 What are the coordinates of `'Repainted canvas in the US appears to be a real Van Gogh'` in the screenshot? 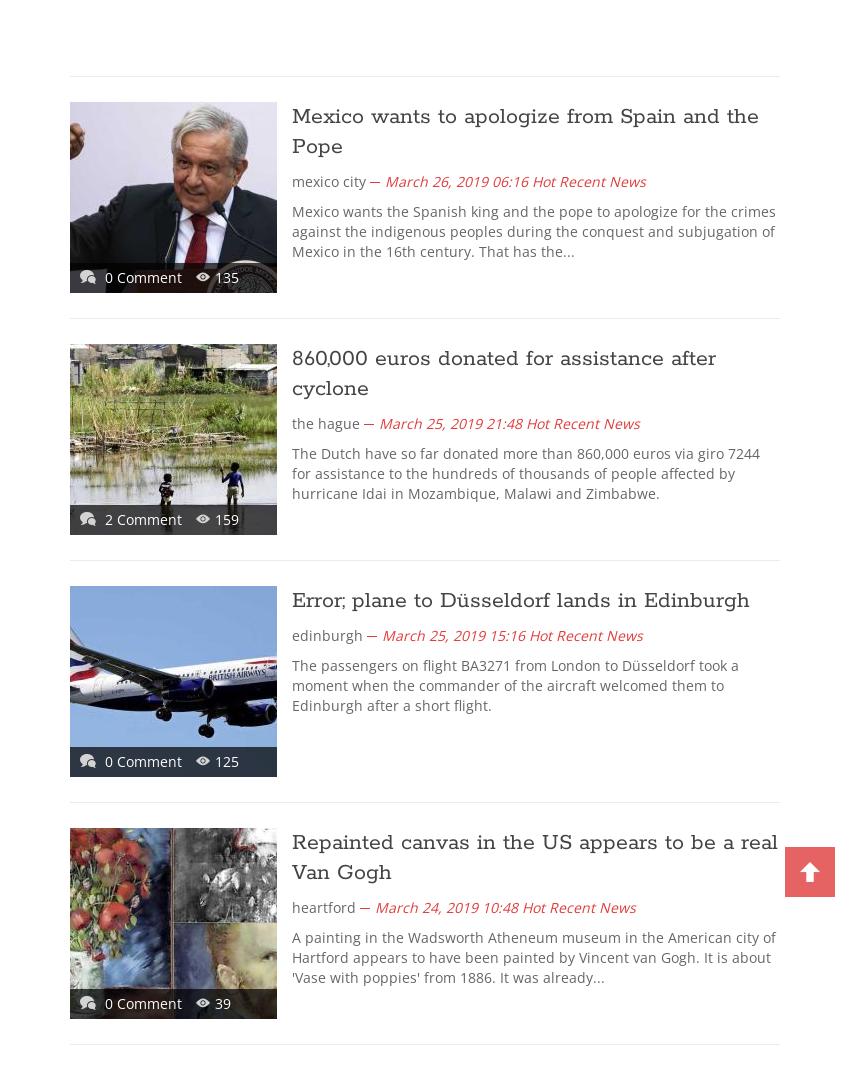 It's located at (533, 856).